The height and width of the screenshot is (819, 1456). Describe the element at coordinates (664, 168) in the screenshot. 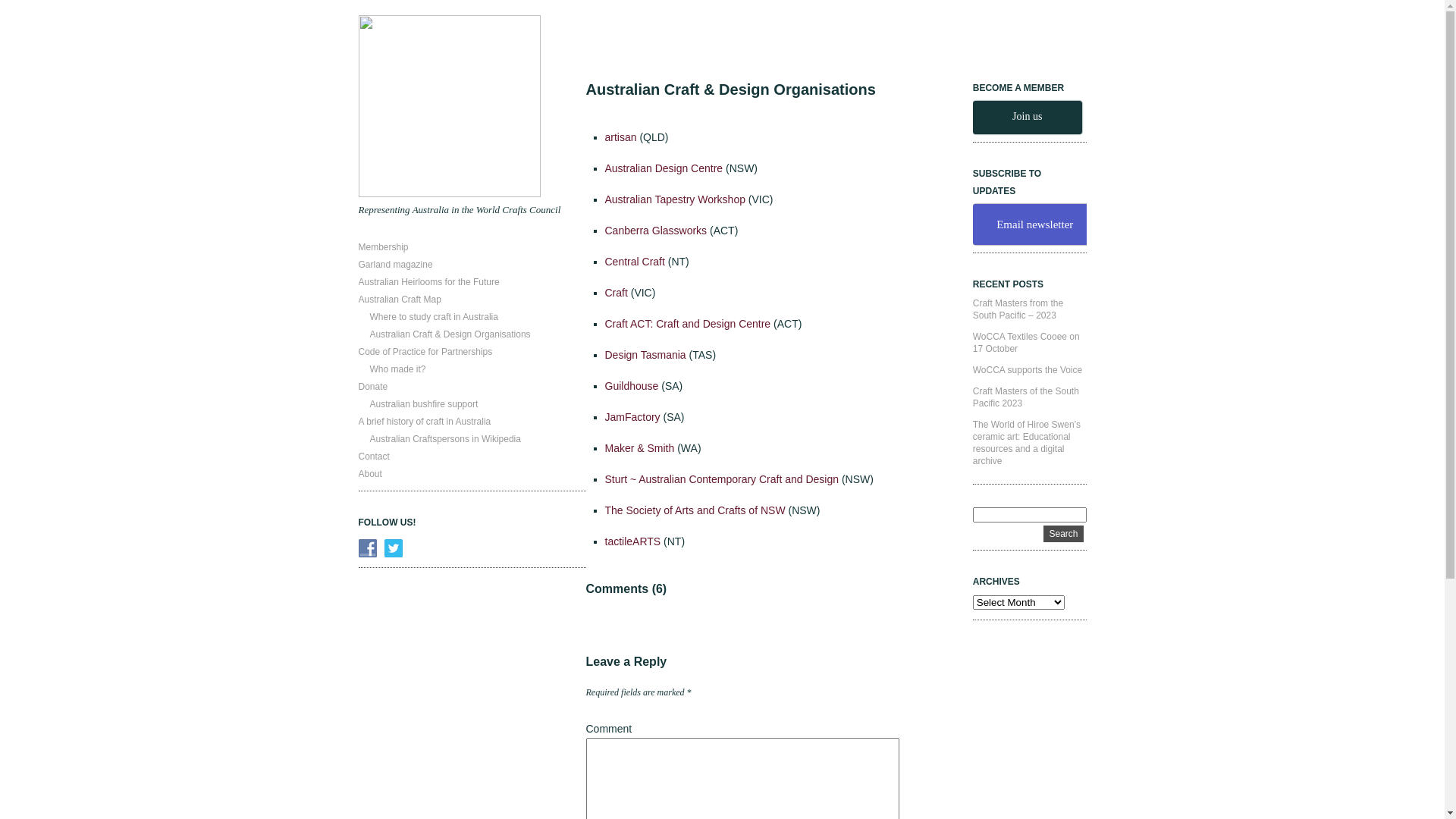

I see `'Australian Design Centre'` at that location.